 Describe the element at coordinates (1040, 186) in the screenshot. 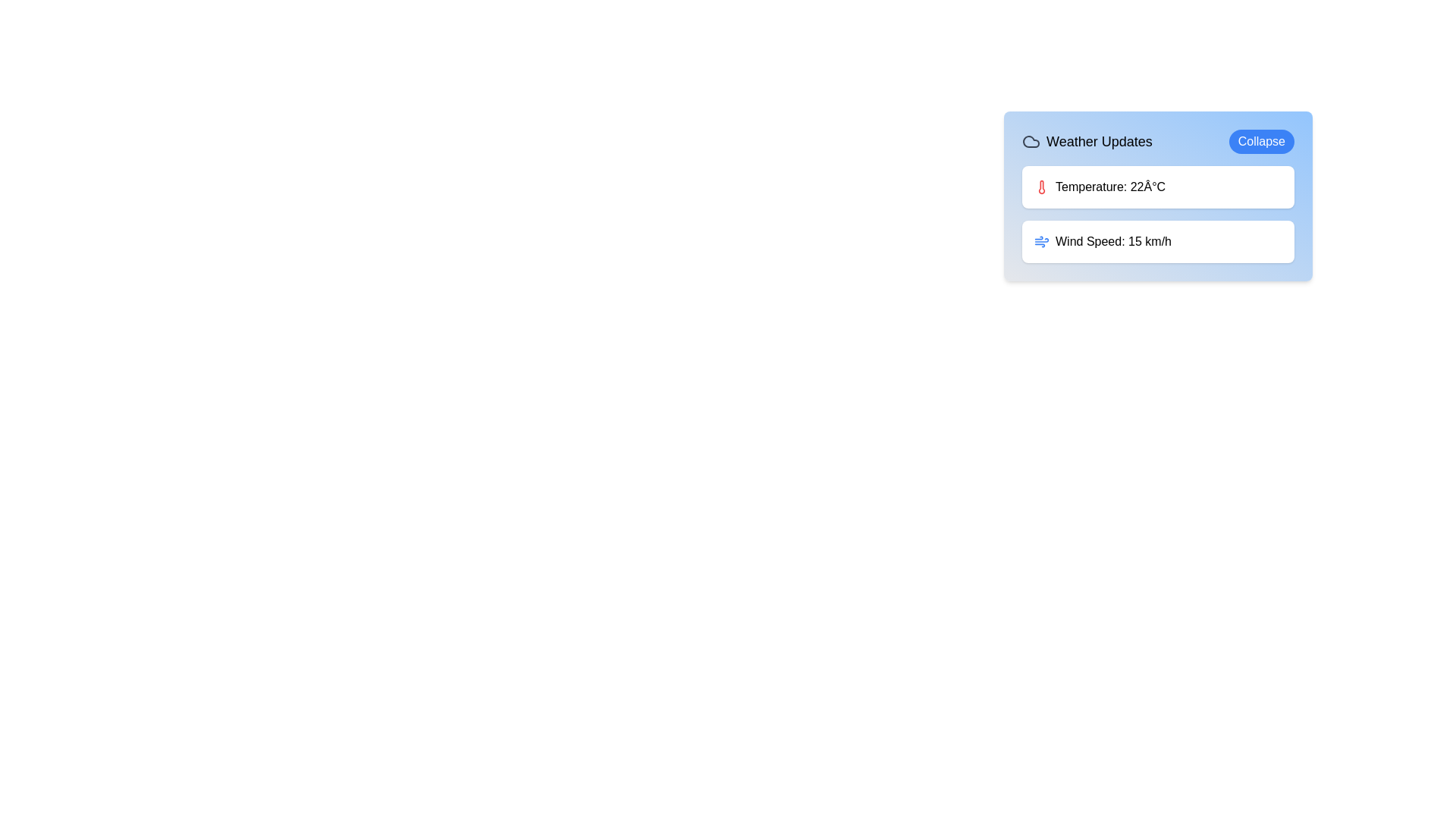

I see `the slender vertical rectangular thermometer icon filled with red color, located to the left of the label 'Temperature: 22°C' in the 'Weather Updates' section` at that location.